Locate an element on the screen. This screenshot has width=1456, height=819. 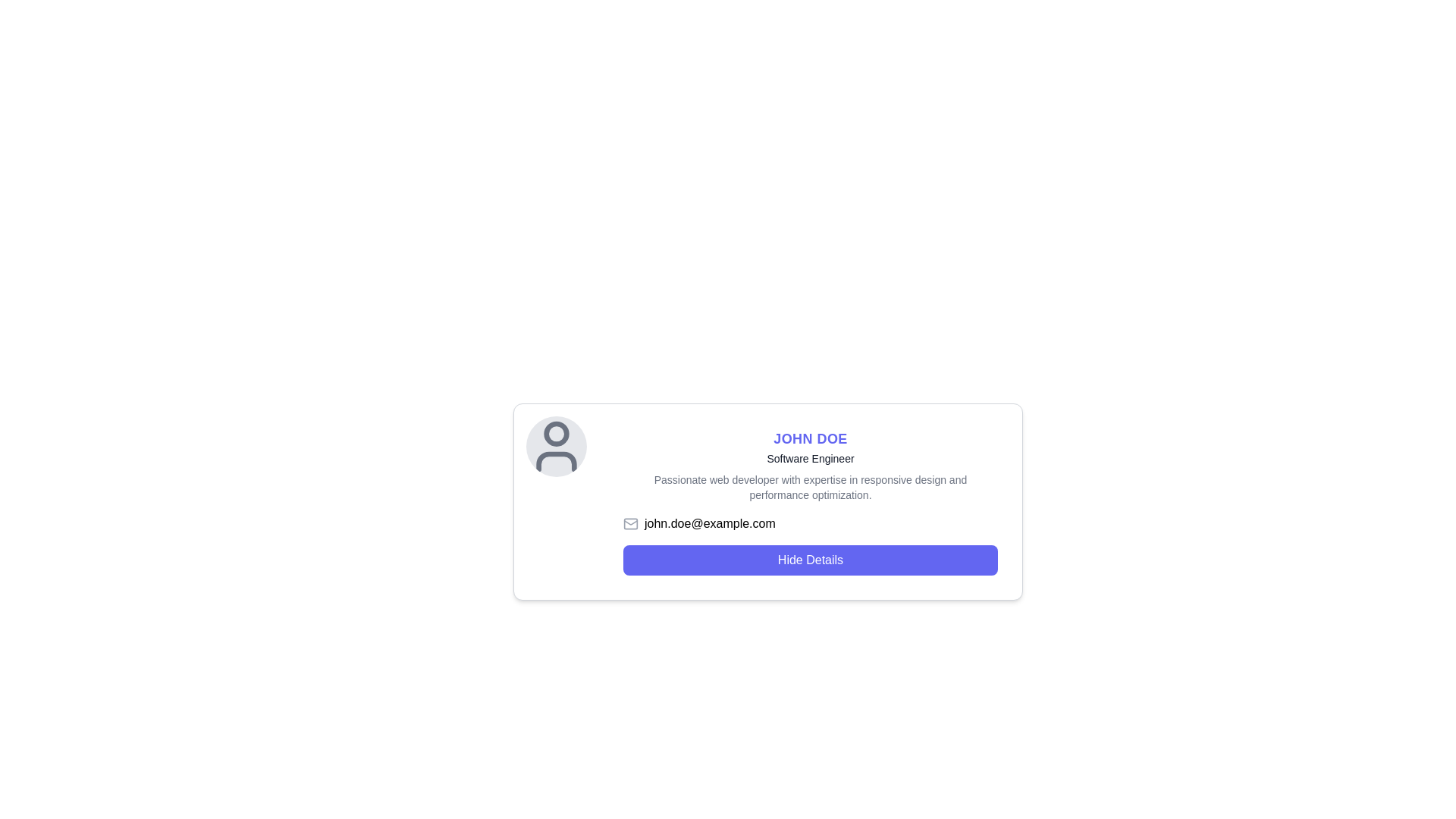
the button located below the text 'john.doe@example.com' in the profile card is located at coordinates (810, 559).